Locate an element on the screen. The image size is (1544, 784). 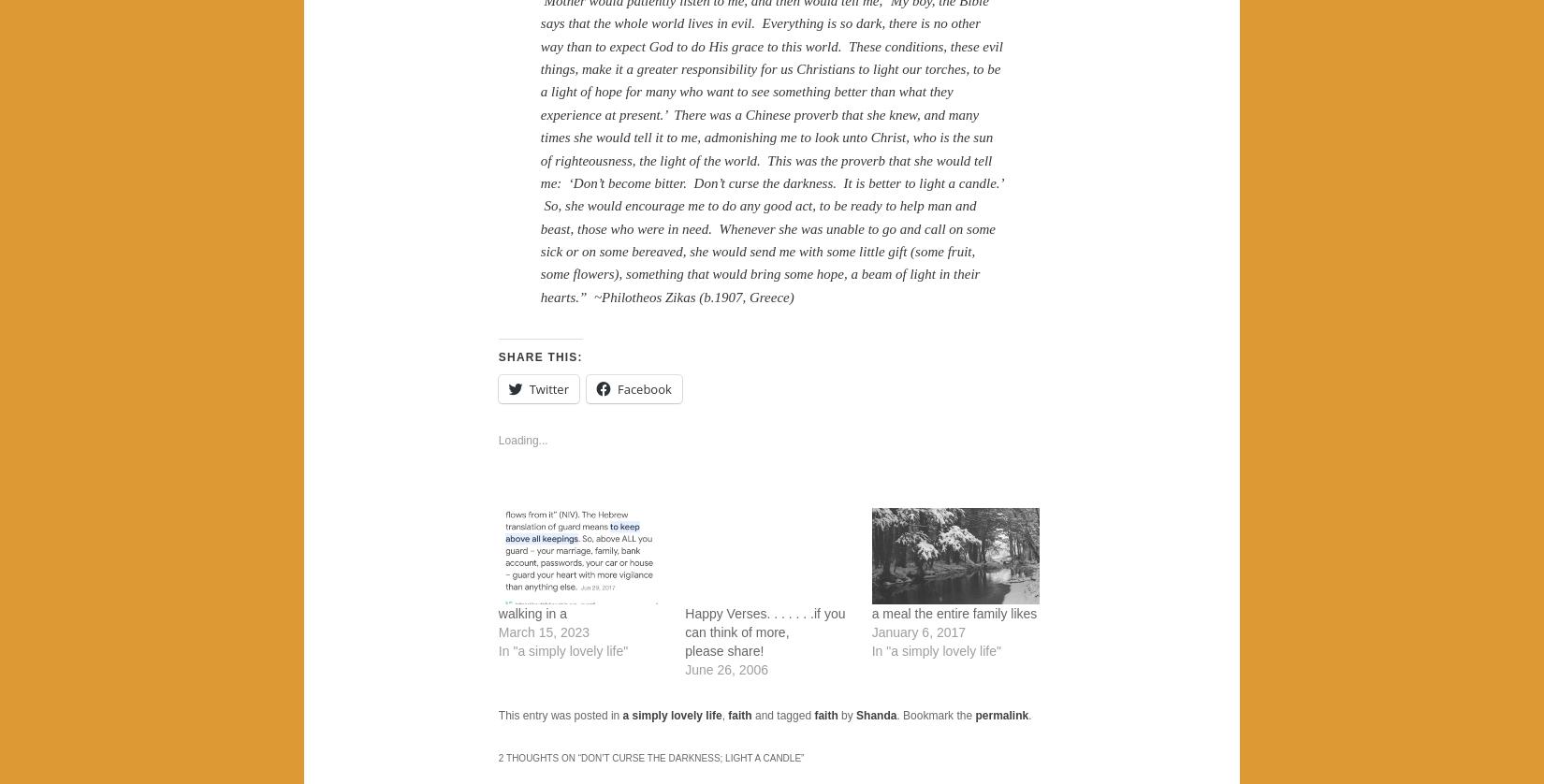
'. Bookmark the' is located at coordinates (936, 714).